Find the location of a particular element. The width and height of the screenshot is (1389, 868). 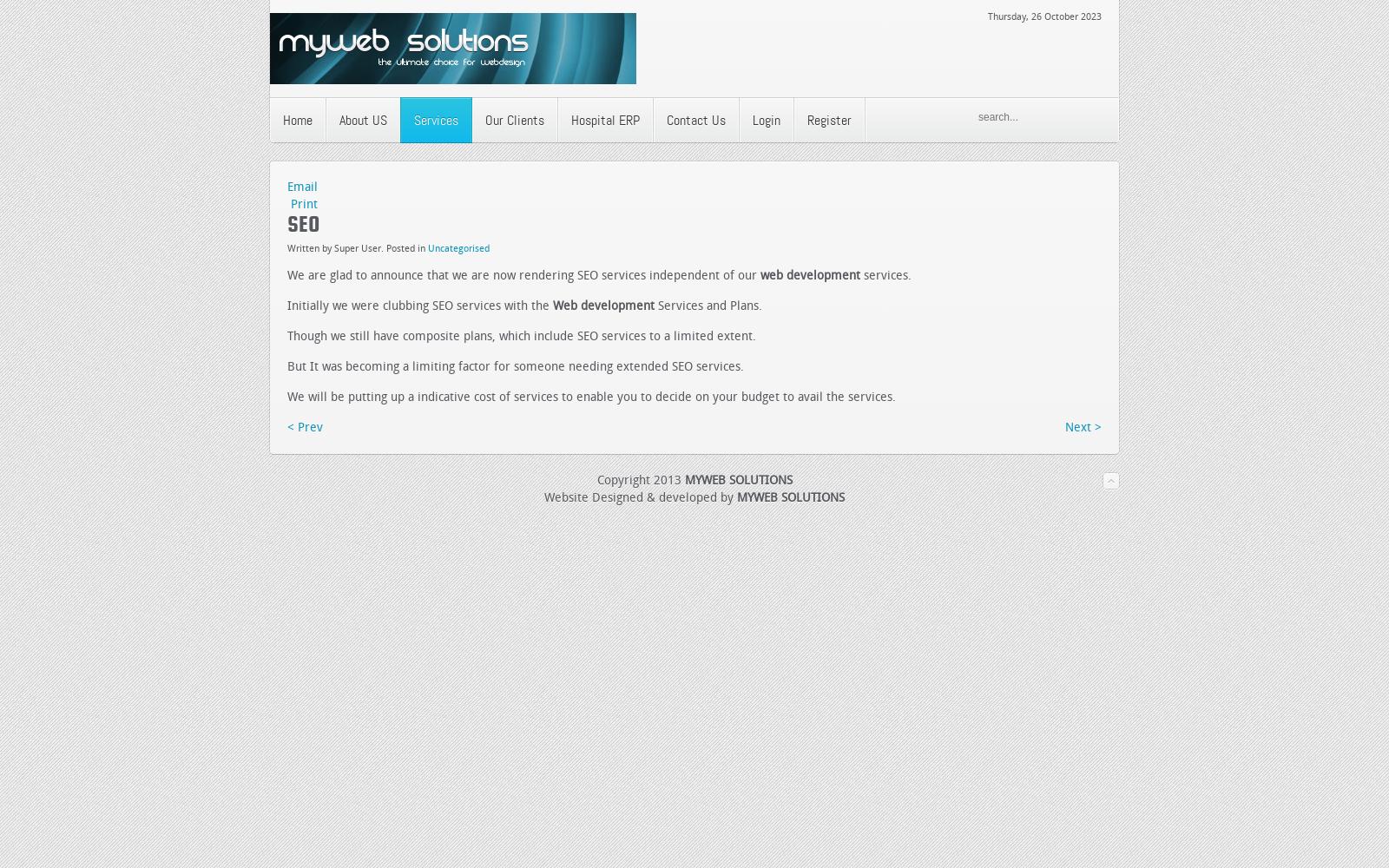

'SEO' is located at coordinates (304, 224).